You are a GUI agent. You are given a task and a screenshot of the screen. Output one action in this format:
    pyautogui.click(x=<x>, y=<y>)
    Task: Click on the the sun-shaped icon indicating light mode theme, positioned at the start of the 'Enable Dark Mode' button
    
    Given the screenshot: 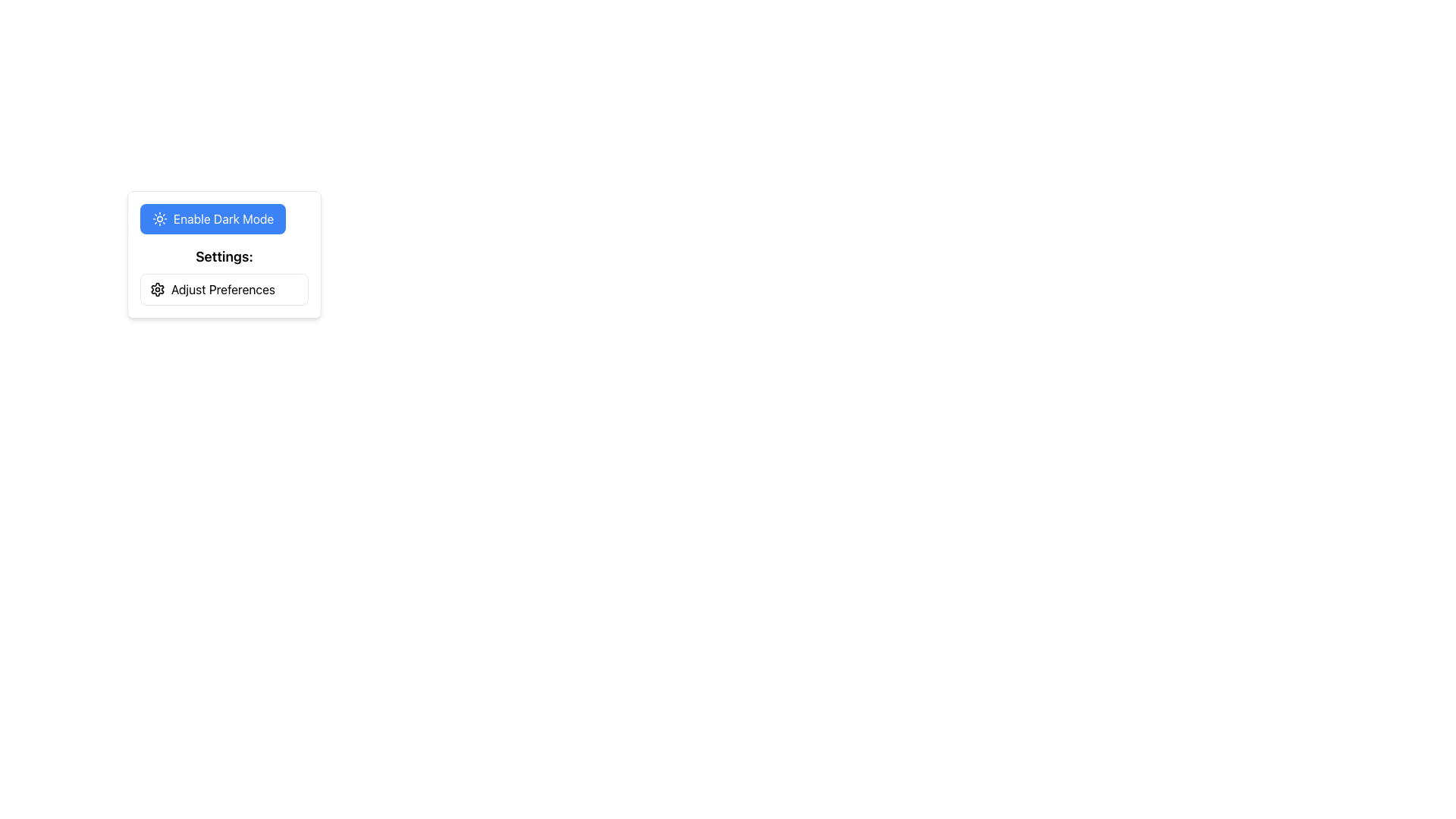 What is the action you would take?
    pyautogui.click(x=160, y=219)
    